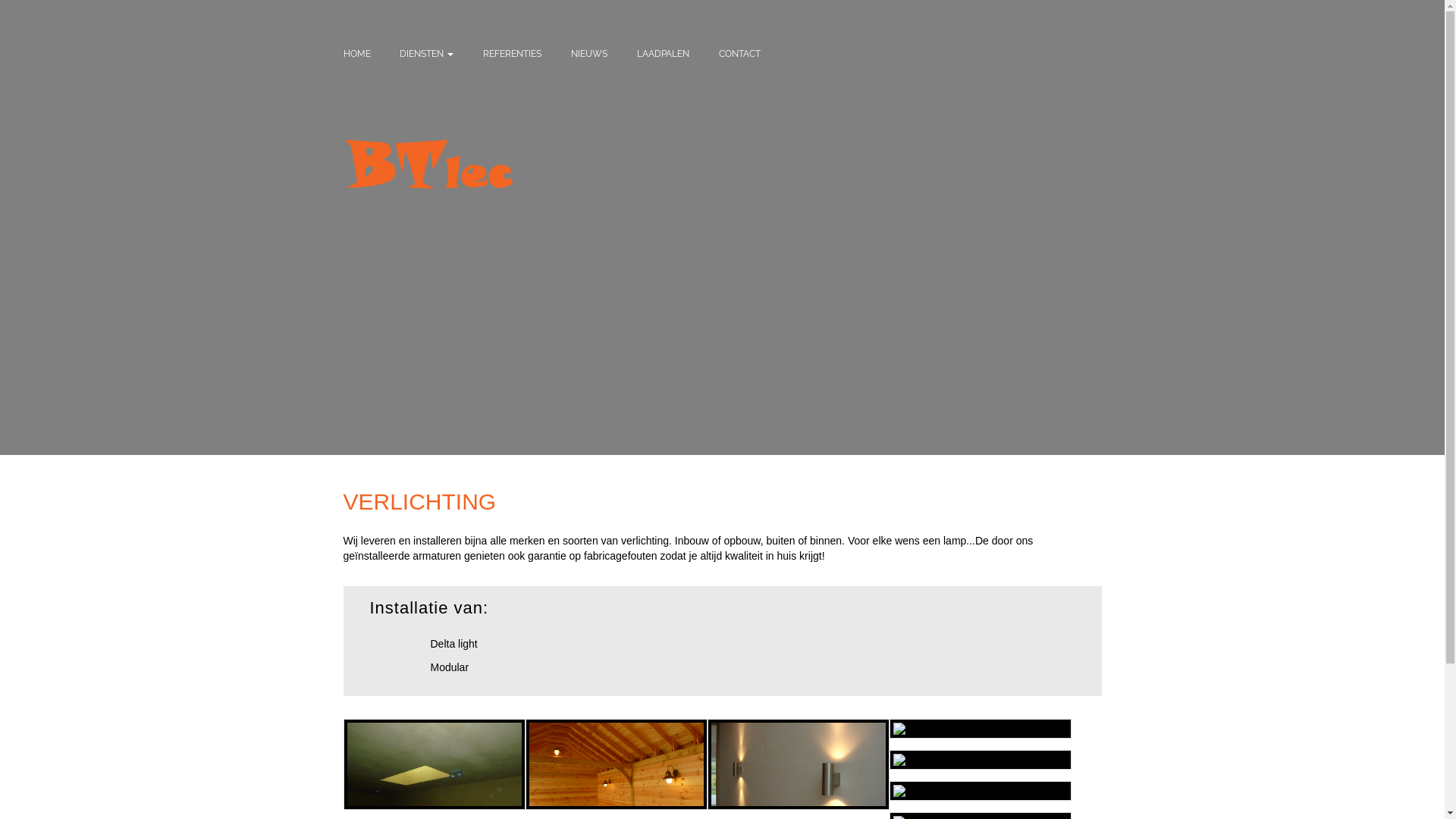  What do you see at coordinates (454, 643) in the screenshot?
I see `'Delta light'` at bounding box center [454, 643].